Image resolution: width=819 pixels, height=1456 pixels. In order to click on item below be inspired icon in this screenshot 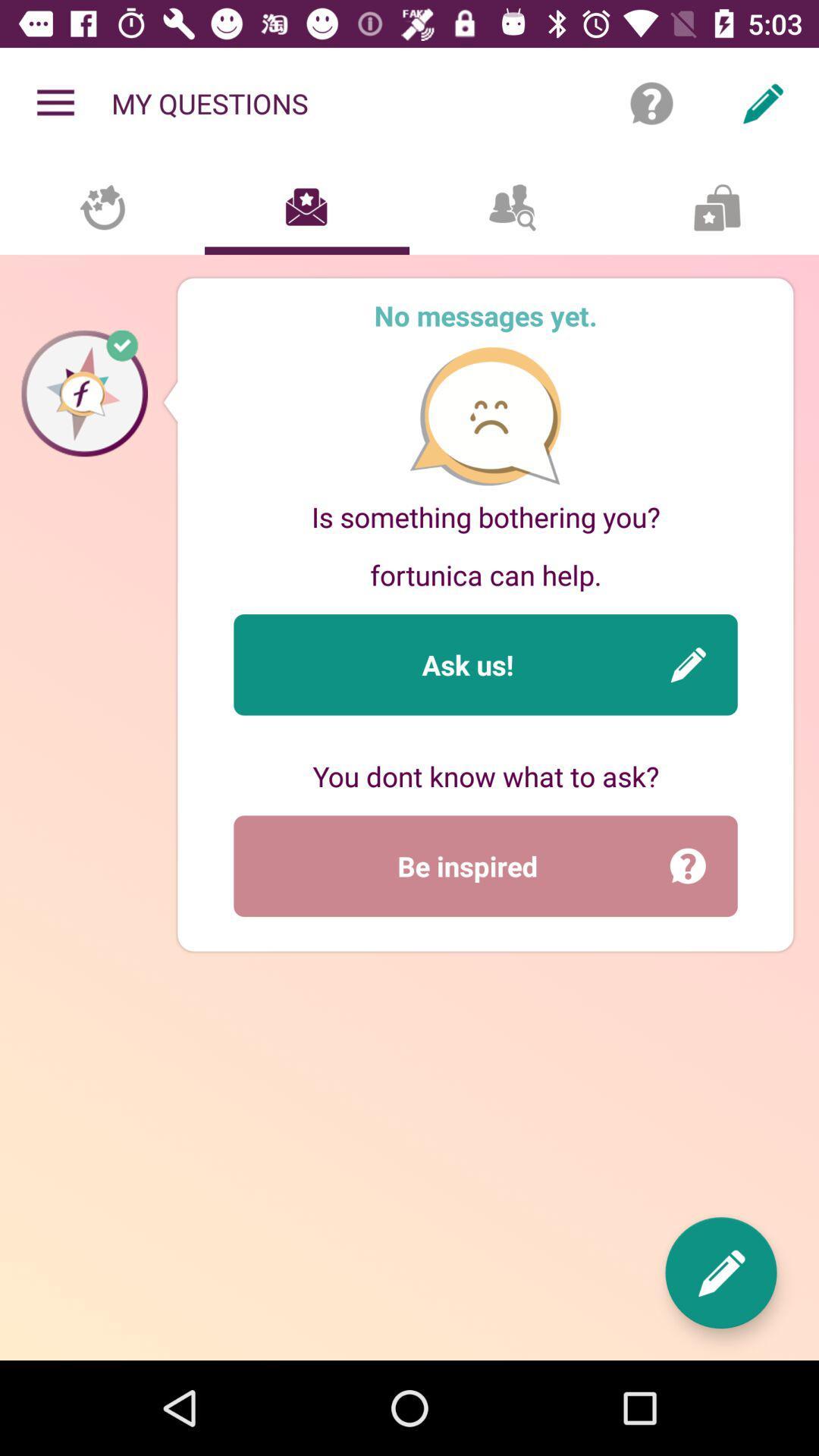, I will do `click(720, 1272)`.